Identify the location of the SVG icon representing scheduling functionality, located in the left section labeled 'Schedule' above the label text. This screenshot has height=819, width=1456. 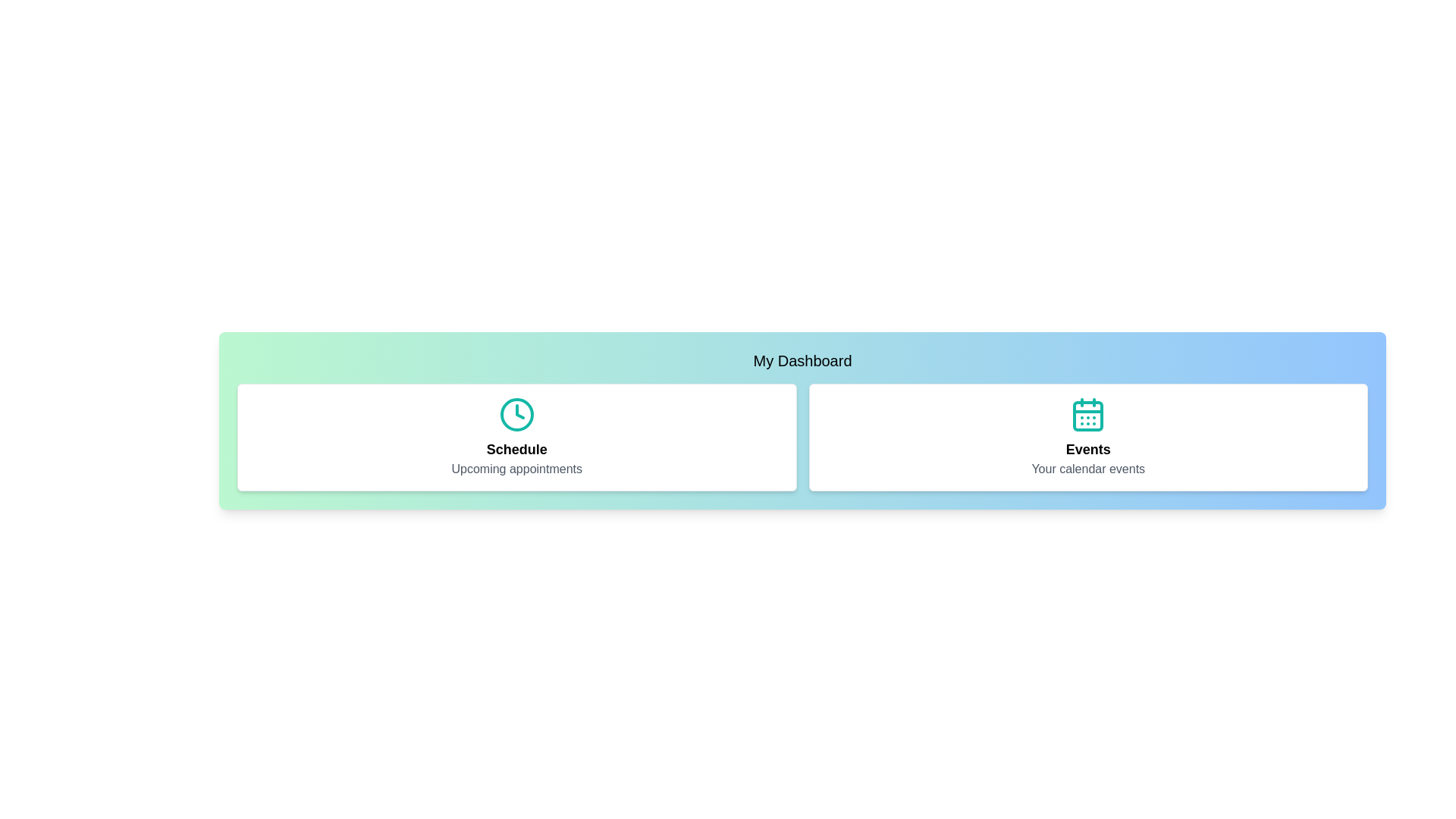
(516, 415).